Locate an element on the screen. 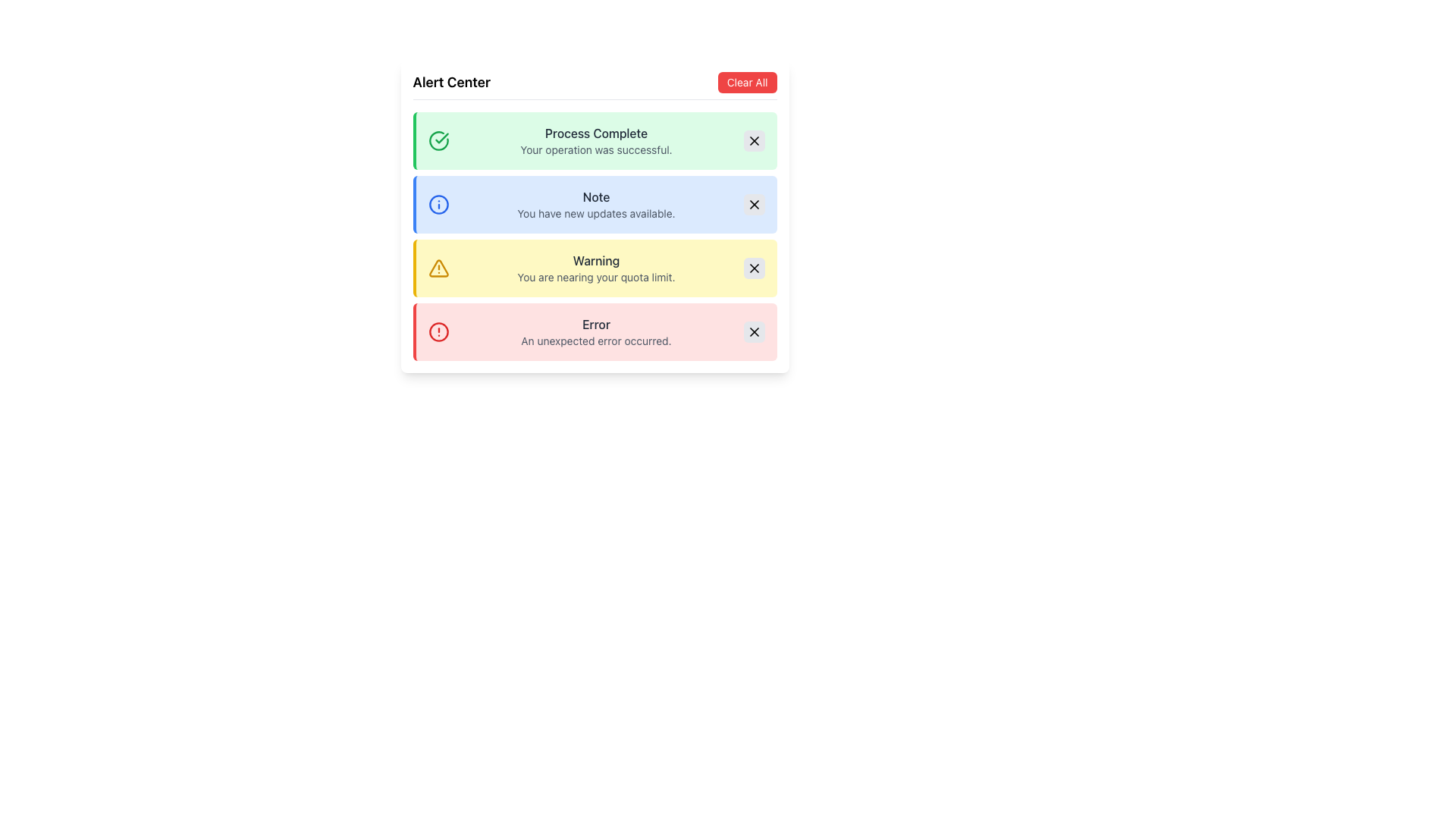 The width and height of the screenshot is (1456, 819). the red circular SVG element representing an error icon located in the 'Error' alert row, positioned to the far left is located at coordinates (438, 331).